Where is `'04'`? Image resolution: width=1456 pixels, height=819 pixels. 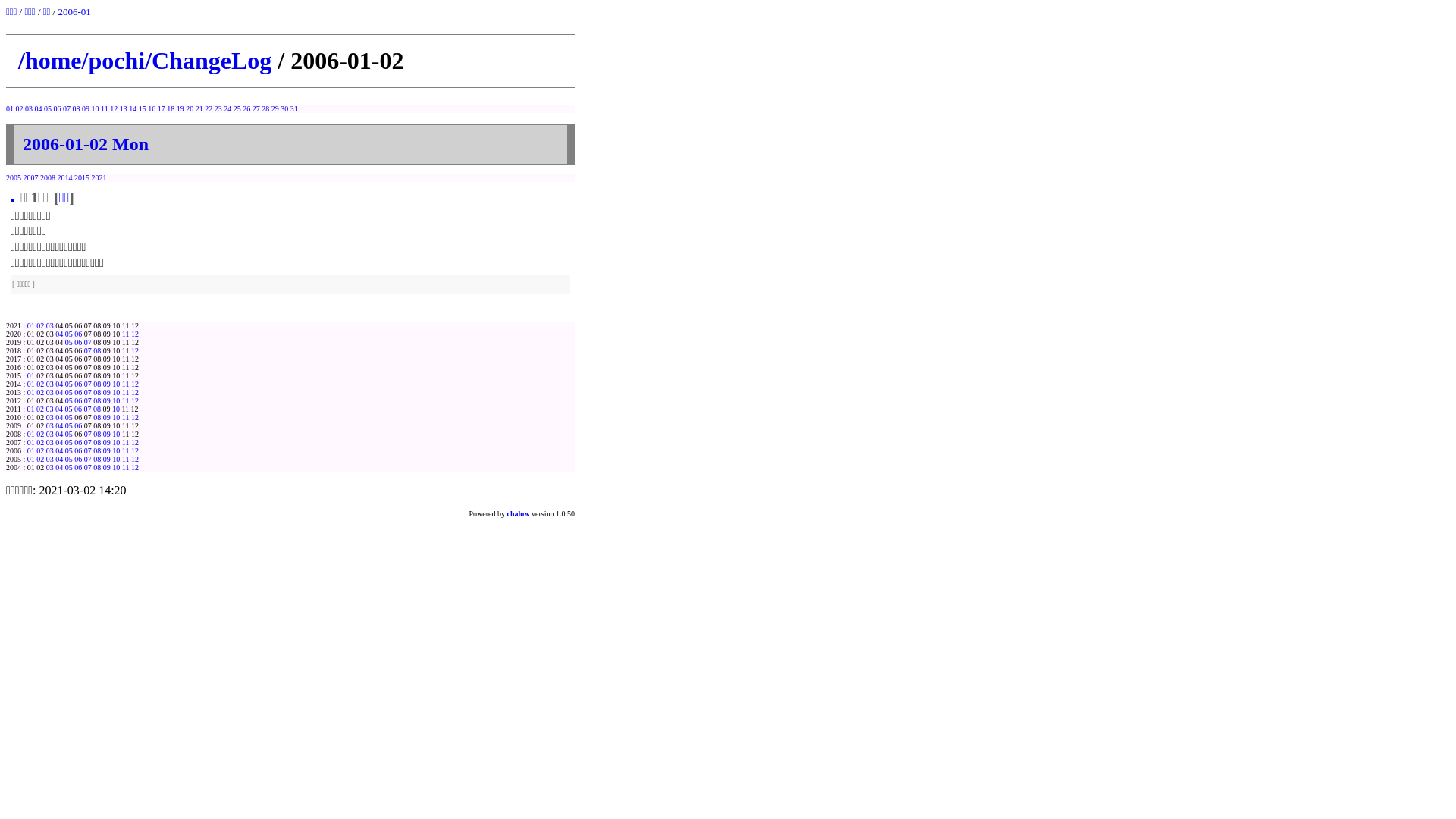
'04' is located at coordinates (55, 425).